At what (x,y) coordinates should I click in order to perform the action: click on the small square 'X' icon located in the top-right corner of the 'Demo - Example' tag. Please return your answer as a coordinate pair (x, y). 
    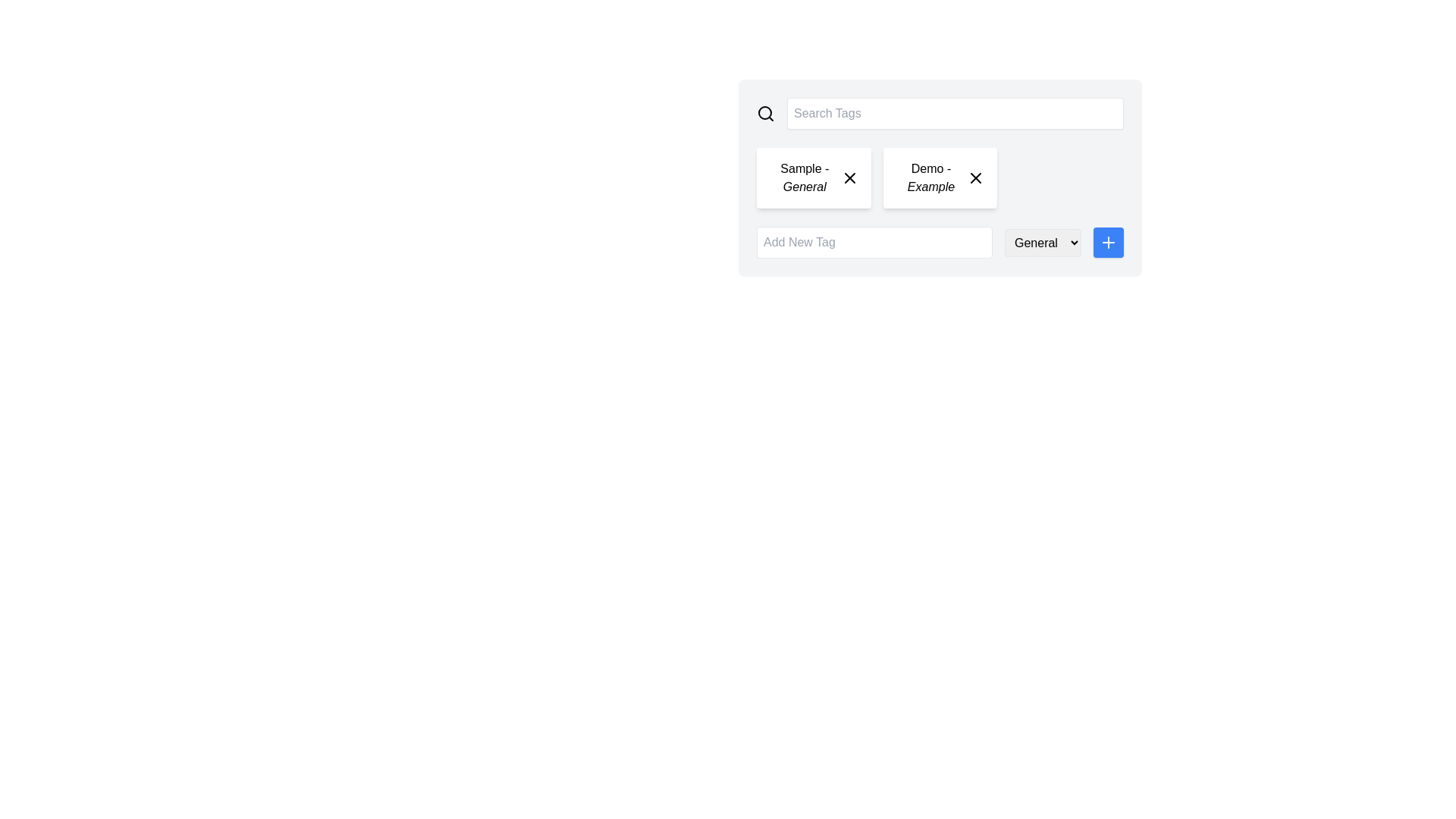
    Looking at the image, I should click on (976, 177).